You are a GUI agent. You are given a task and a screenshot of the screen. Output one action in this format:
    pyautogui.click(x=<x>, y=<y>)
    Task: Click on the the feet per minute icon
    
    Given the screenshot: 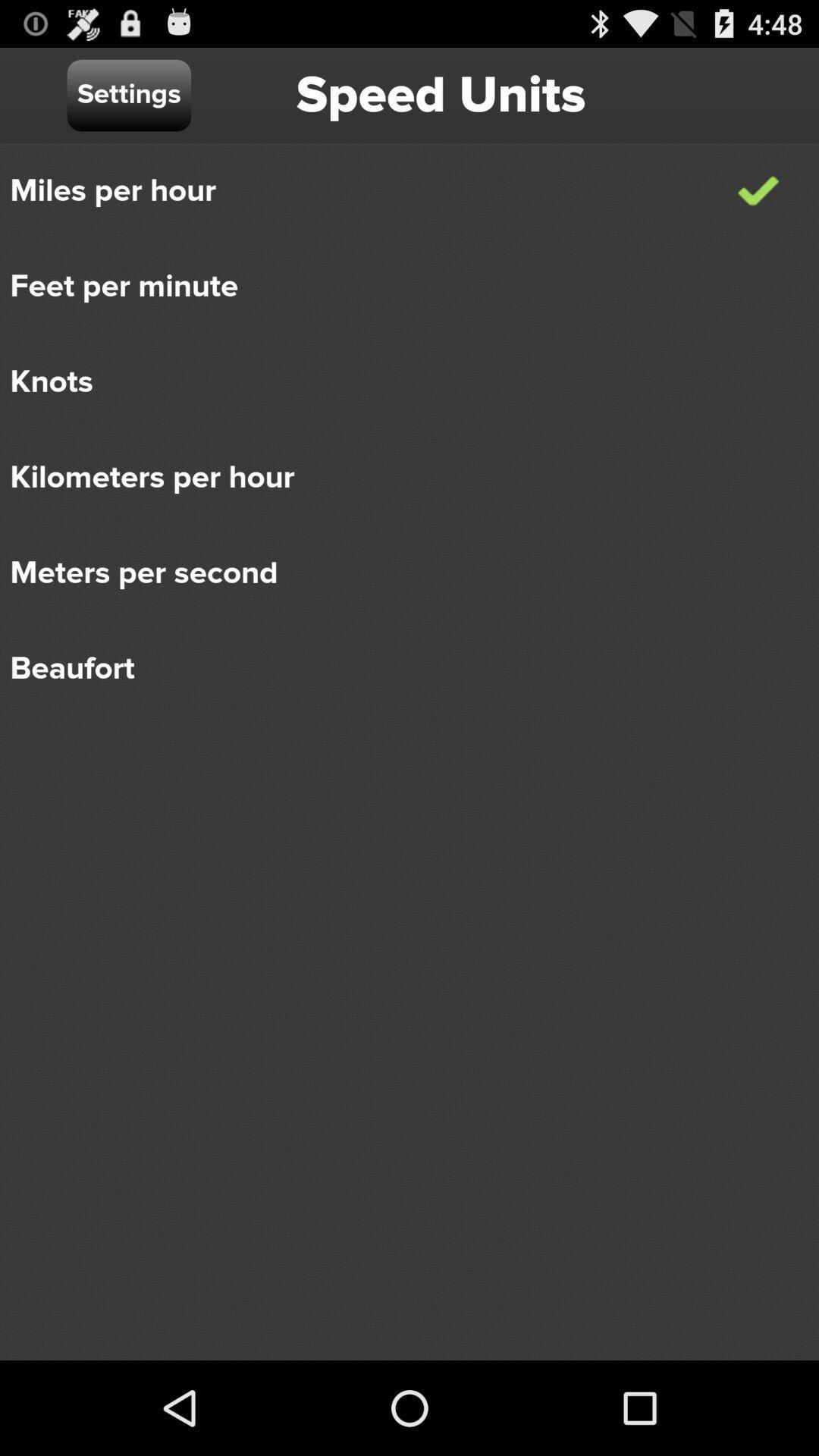 What is the action you would take?
    pyautogui.click(x=398, y=287)
    